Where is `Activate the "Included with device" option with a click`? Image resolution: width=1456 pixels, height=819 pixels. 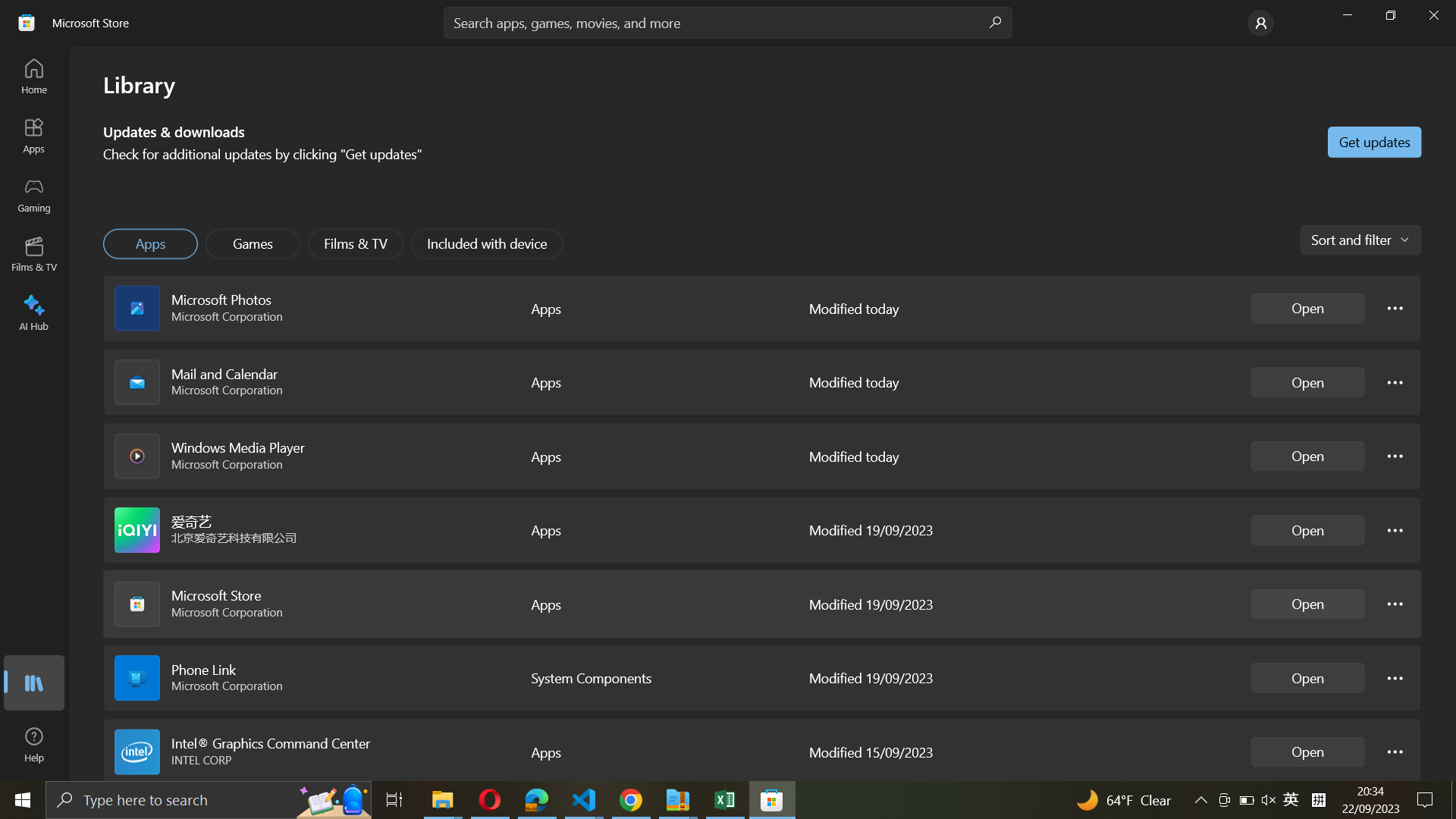
Activate the "Included with device" option with a click is located at coordinates (488, 242).